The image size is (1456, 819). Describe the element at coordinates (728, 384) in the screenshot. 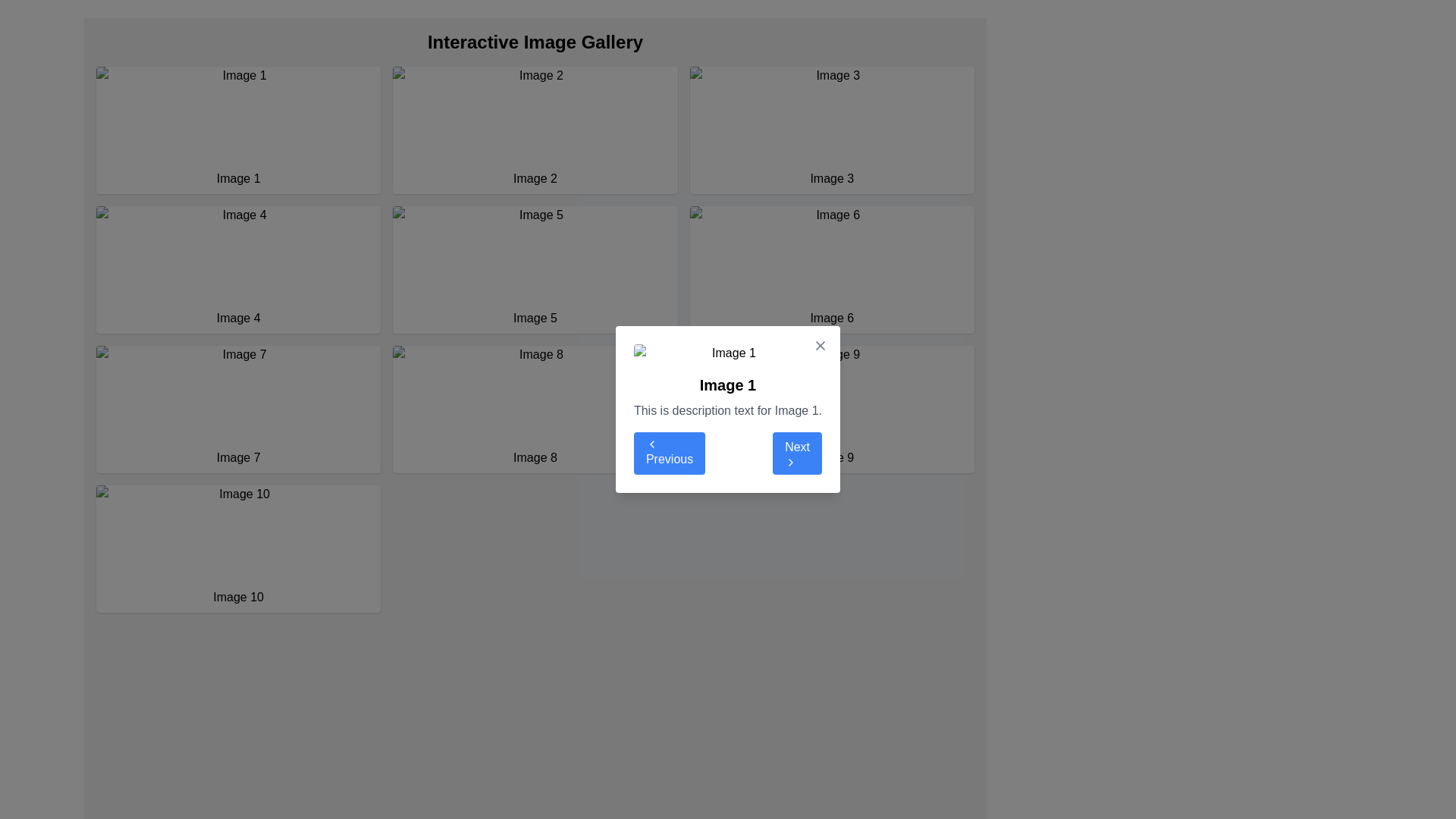

I see `the text label 'Image 1' which identifies the content of the modal, positioned above the descriptive text and between the illustrative image and navigational buttons` at that location.